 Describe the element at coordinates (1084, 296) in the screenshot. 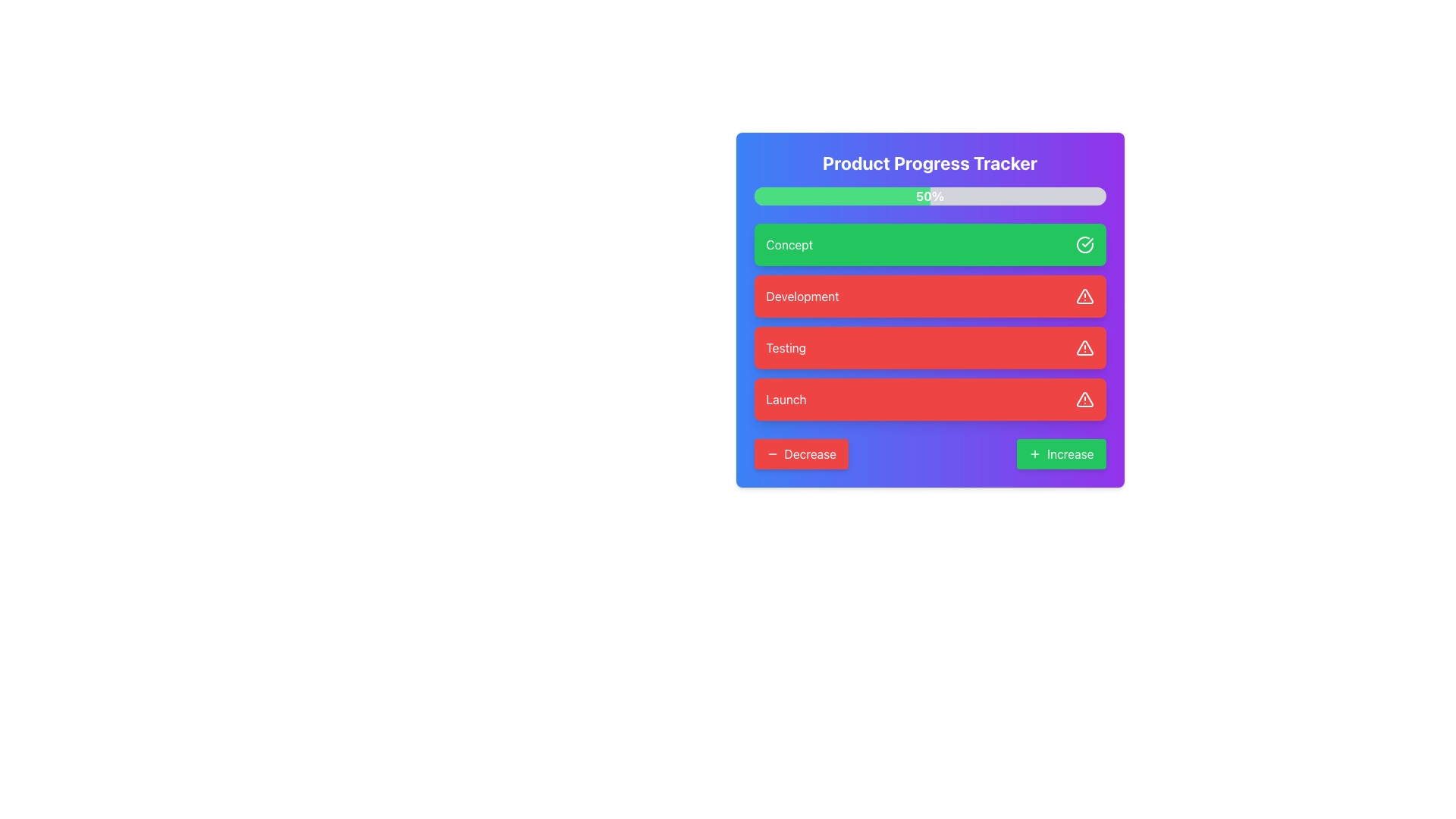

I see `the warning triangle icon located in the 'Development' section of the product progress tracker` at that location.